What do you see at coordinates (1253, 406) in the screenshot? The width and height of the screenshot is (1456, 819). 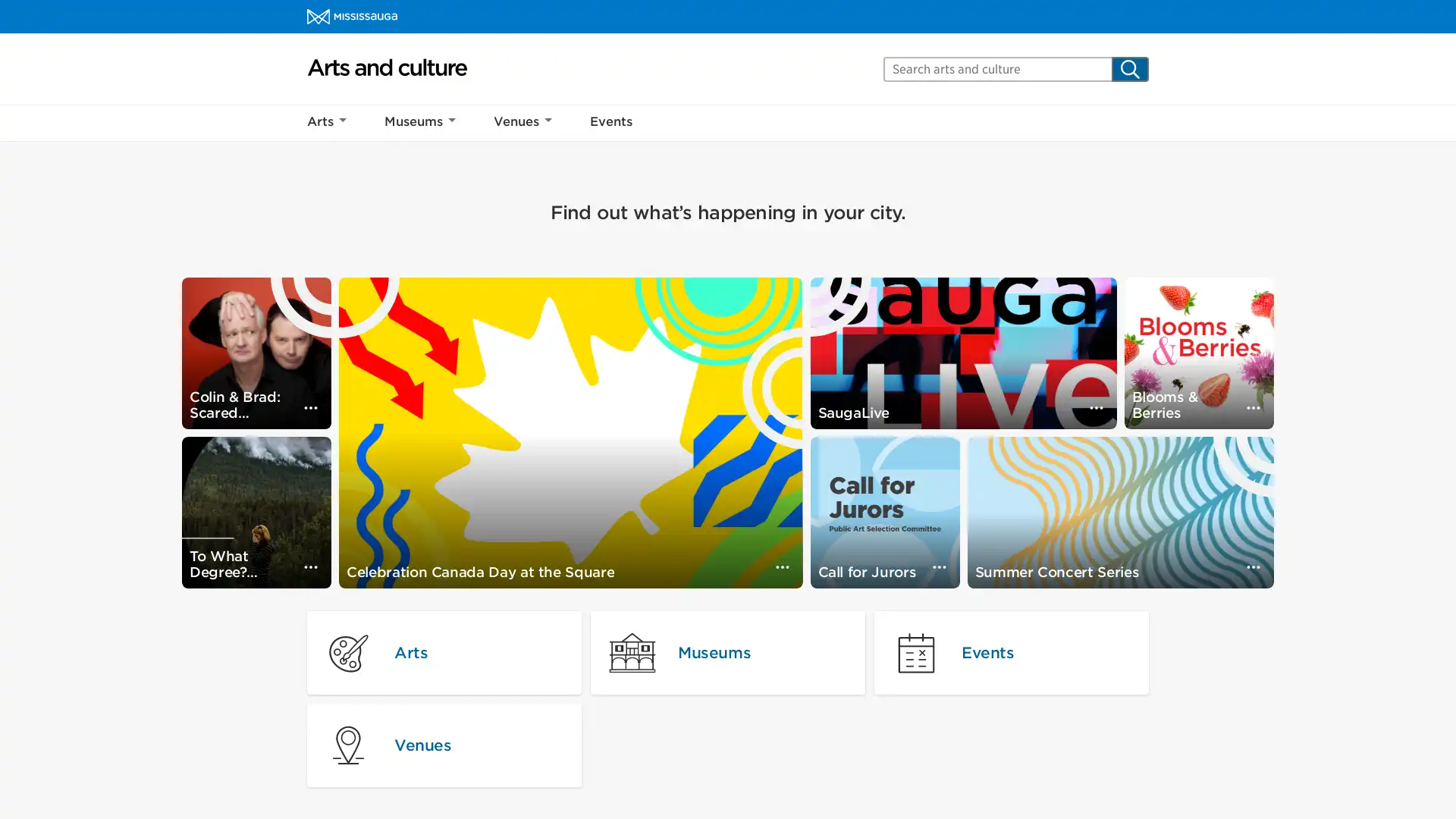 I see `Visually show the card details` at bounding box center [1253, 406].